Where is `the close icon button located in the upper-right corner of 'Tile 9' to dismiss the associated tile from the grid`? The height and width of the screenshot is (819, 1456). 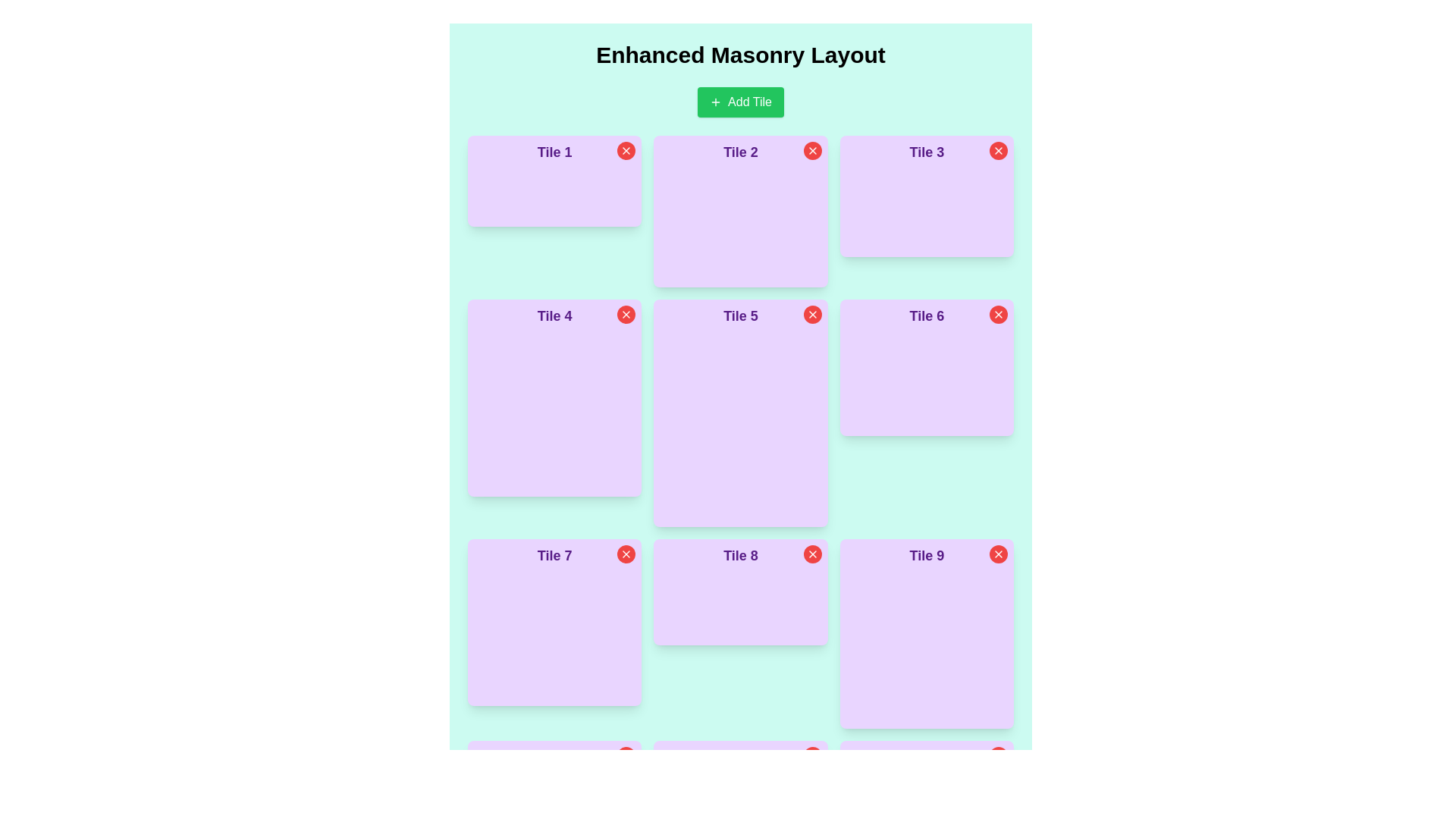 the close icon button located in the upper-right corner of 'Tile 9' to dismiss the associated tile from the grid is located at coordinates (998, 554).